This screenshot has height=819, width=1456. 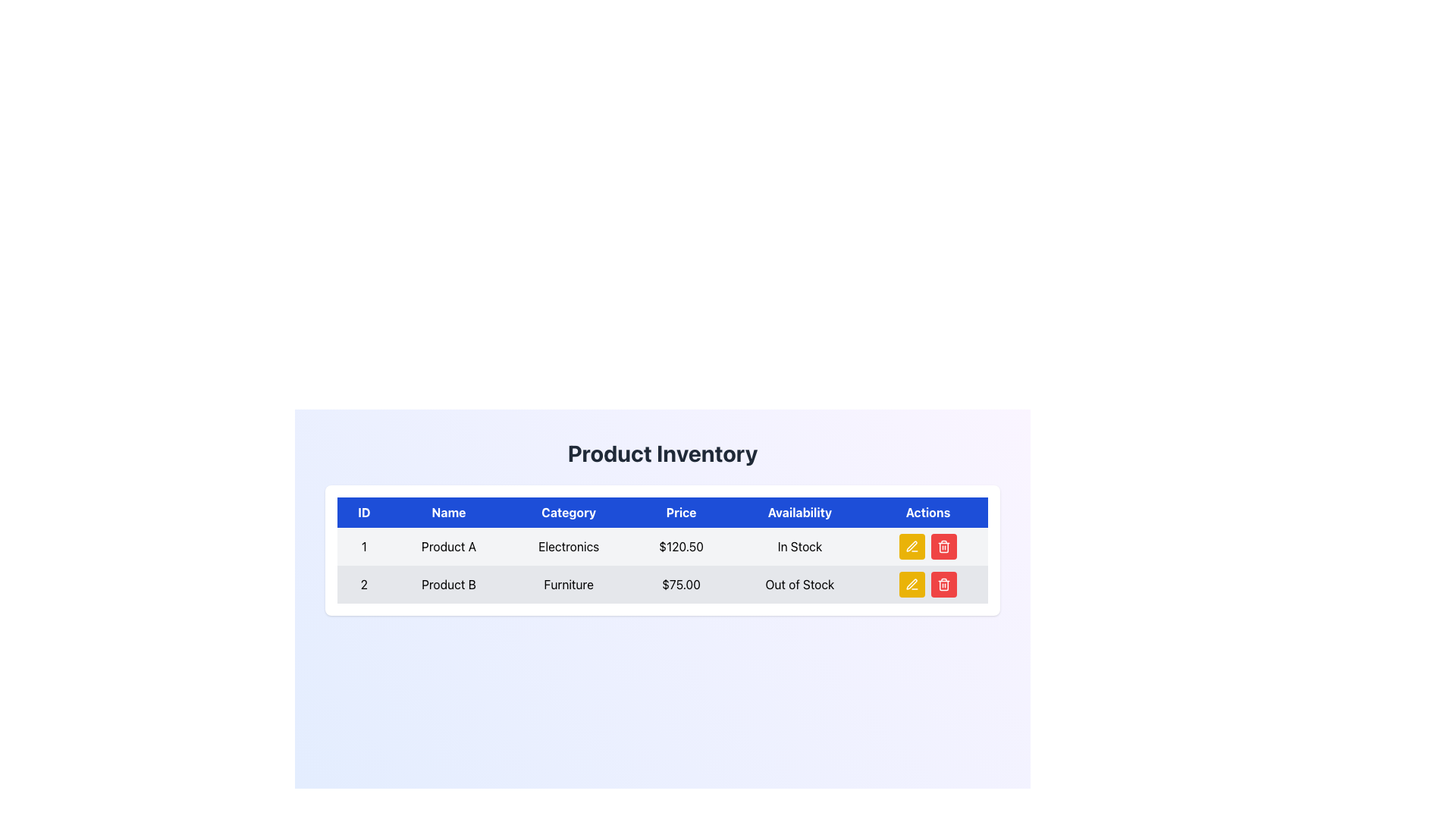 What do you see at coordinates (943, 547) in the screenshot?
I see `the delete icon in the Actions column of the second row of the table` at bounding box center [943, 547].